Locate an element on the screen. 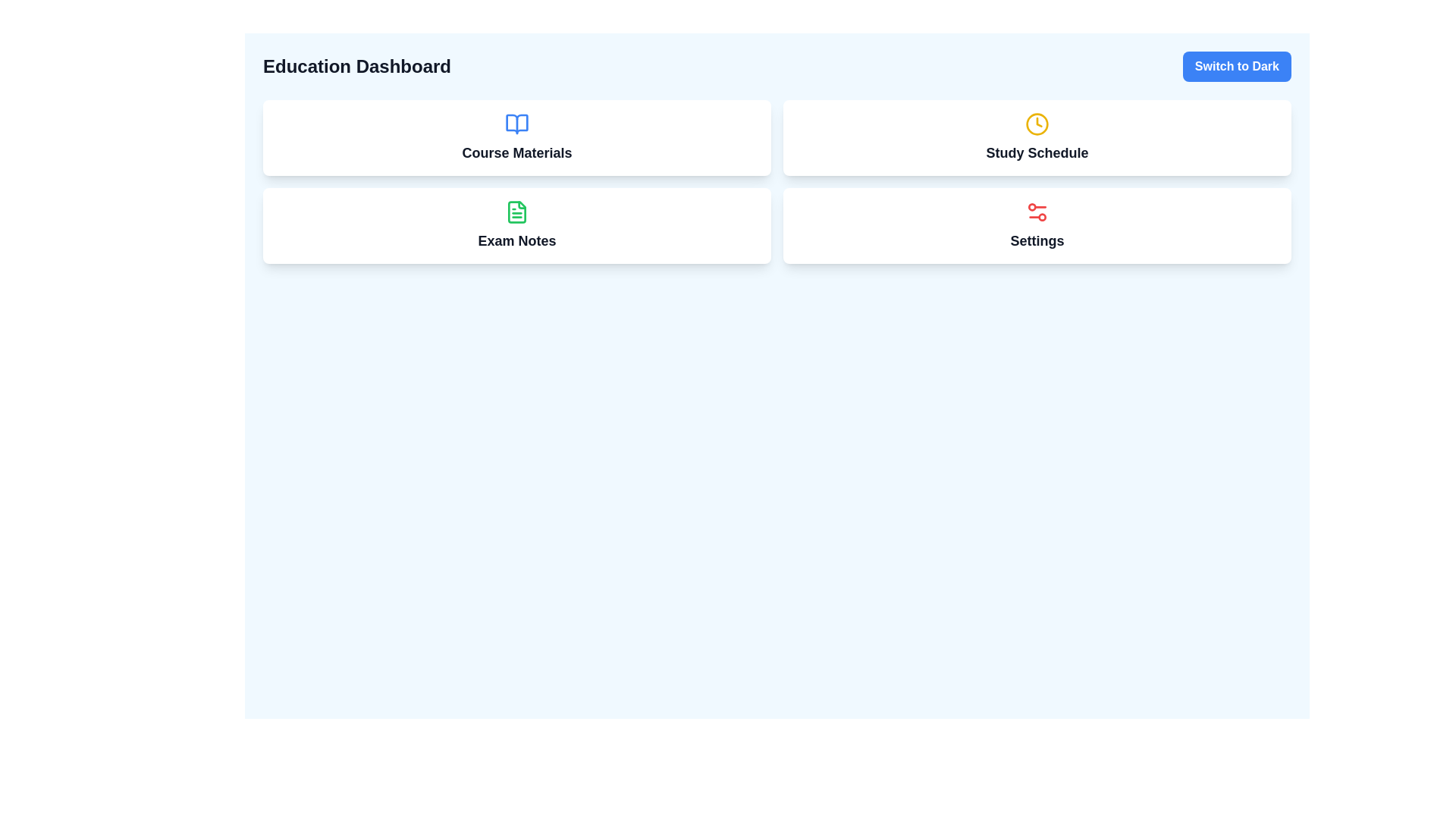 The height and width of the screenshot is (819, 1456). the 'Switch to Dark' button, which is a blue rectangular button with rounded corners and white bold text is located at coordinates (1237, 66).